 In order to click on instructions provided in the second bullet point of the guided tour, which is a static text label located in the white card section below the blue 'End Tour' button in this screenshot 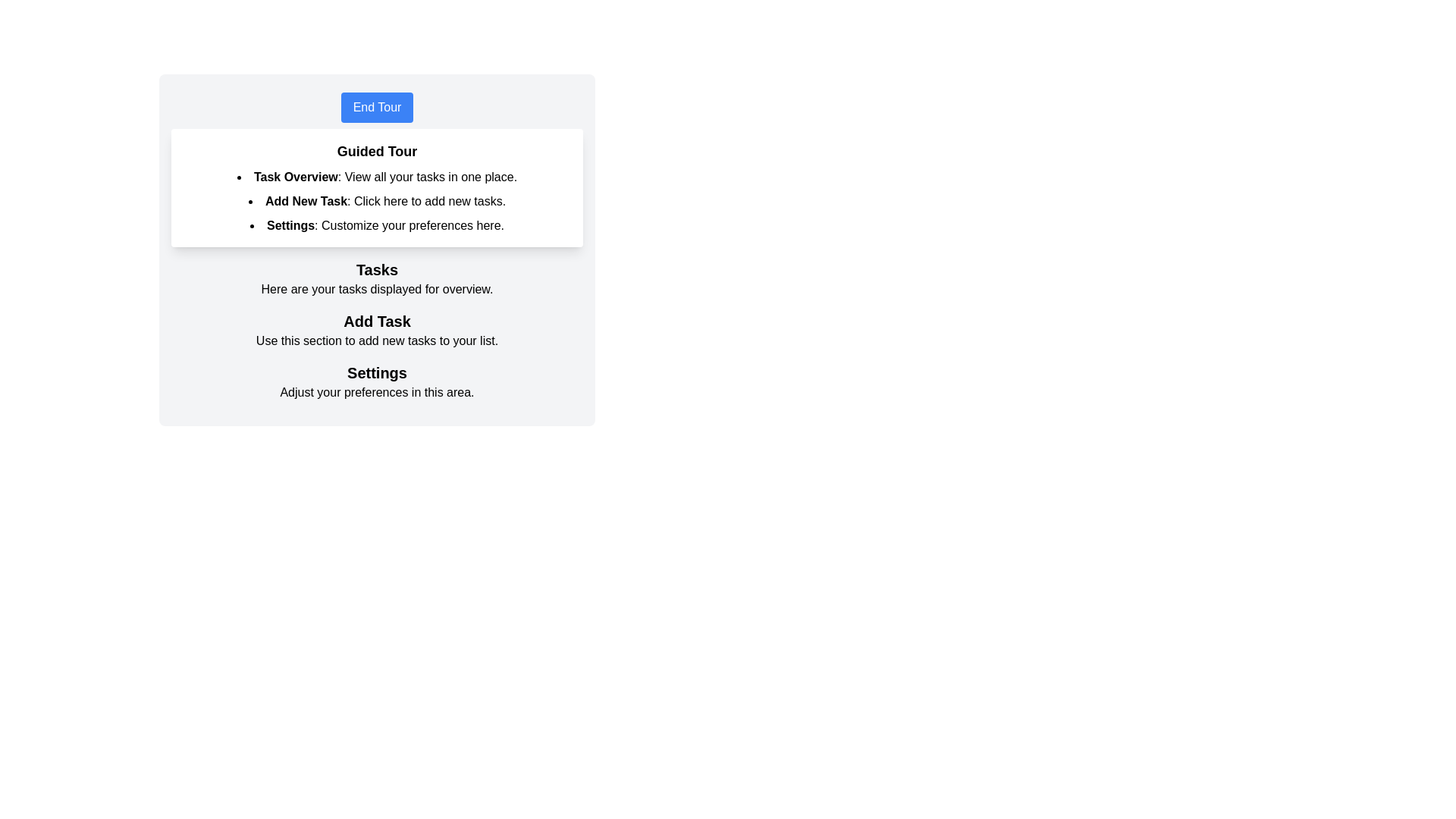, I will do `click(305, 200)`.